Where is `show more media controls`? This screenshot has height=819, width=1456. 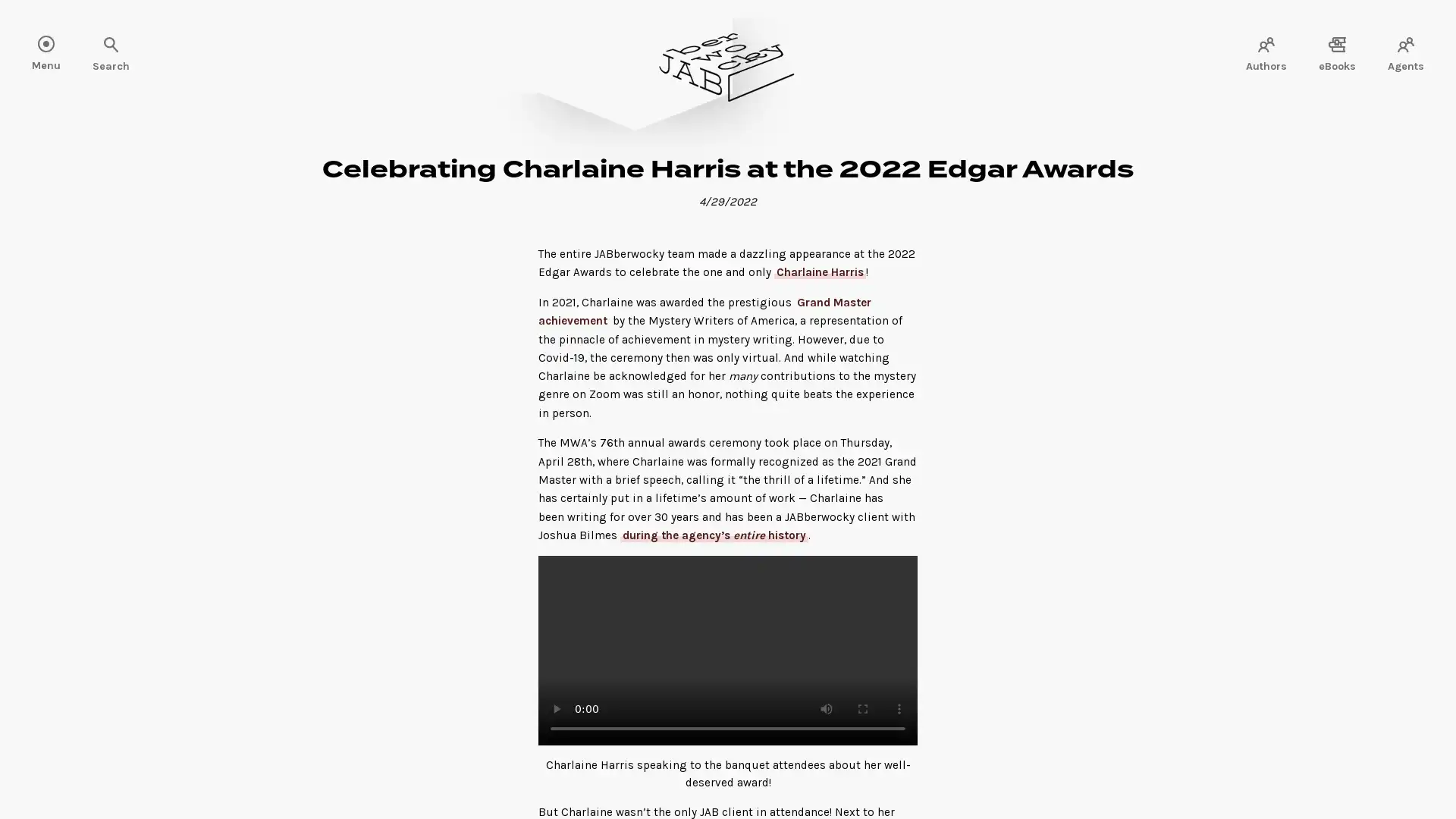
show more media controls is located at coordinates (899, 708).